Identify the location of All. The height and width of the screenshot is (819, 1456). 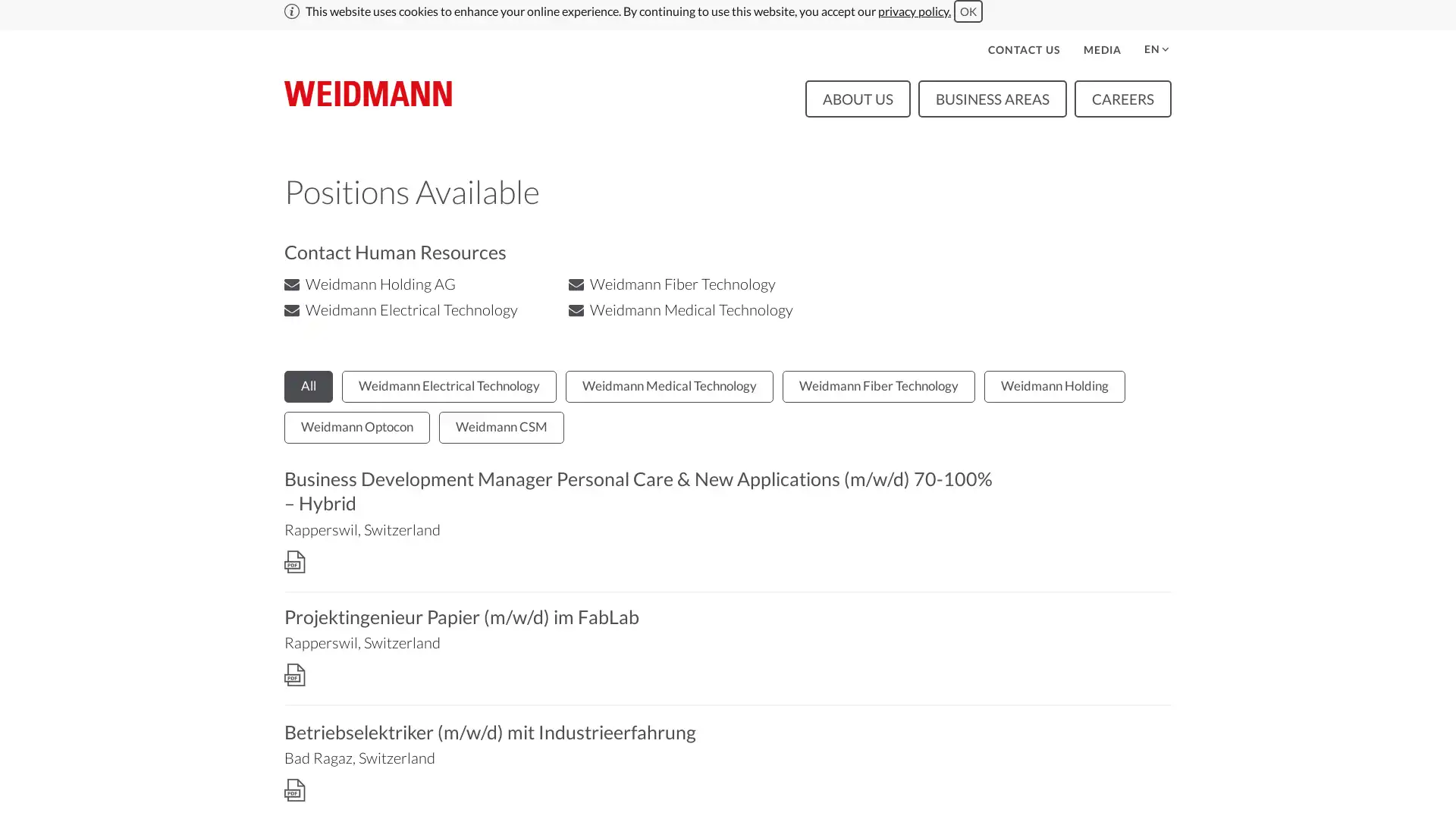
(308, 356).